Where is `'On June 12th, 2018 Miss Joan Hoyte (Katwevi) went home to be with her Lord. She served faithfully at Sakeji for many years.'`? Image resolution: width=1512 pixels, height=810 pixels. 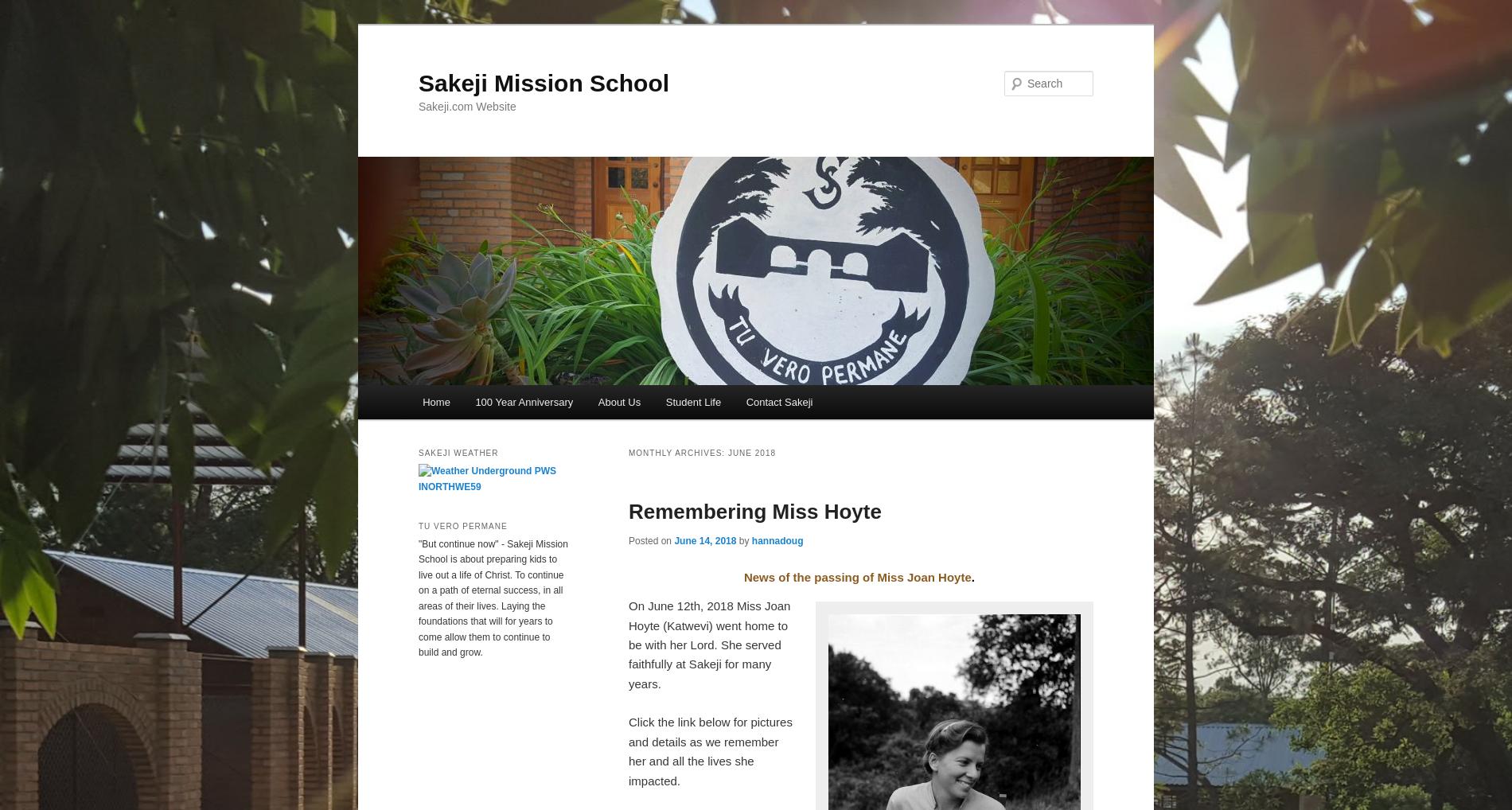
'On June 12th, 2018 Miss Joan Hoyte (Katwevi) went home to be with her Lord. She served faithfully at Sakeji for many years.' is located at coordinates (628, 644).